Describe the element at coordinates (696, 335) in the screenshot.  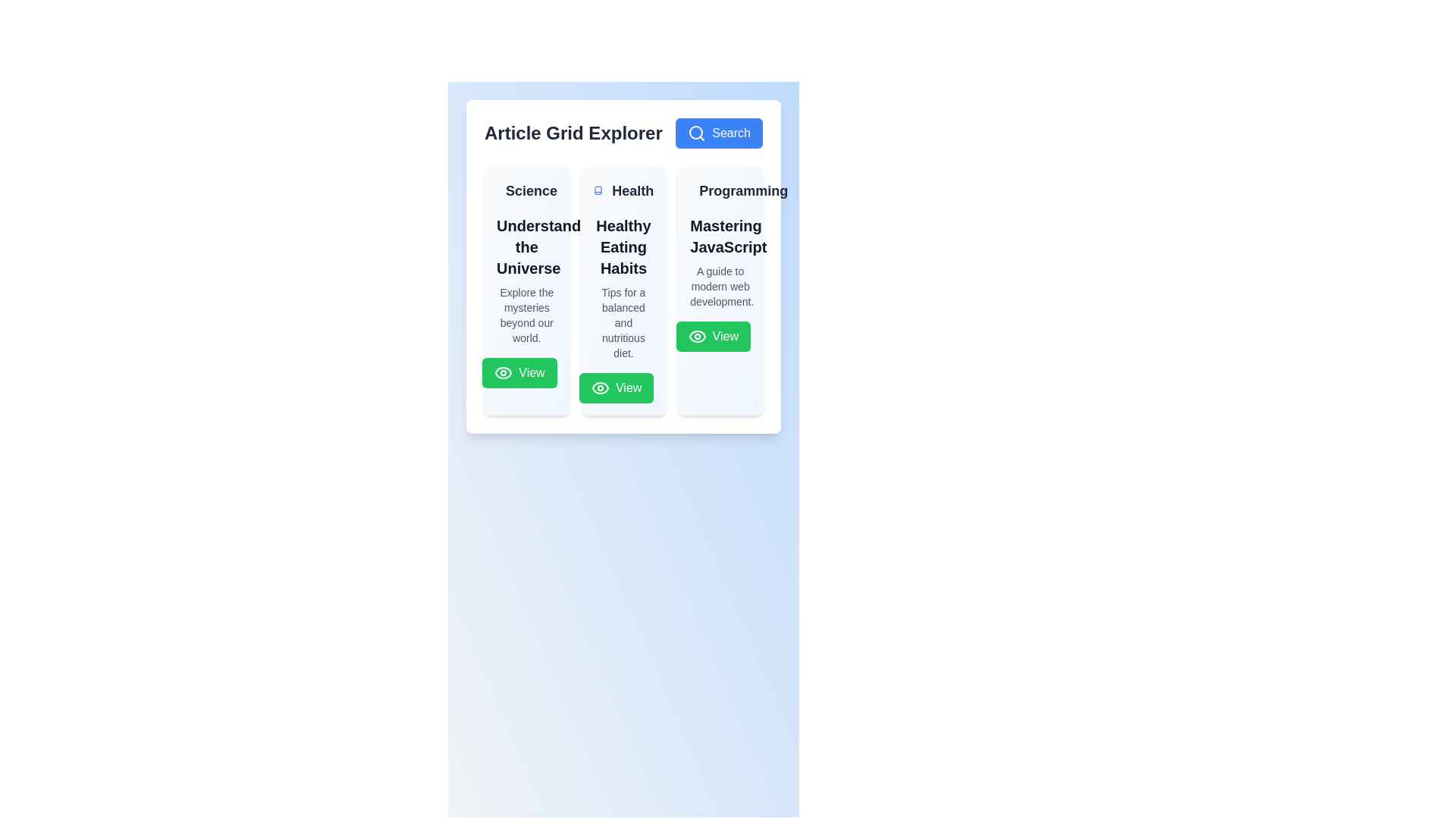
I see `the eye-shaped SVG icon within the green 'View' button in the 'Programming' section to potentially display additional information` at that location.